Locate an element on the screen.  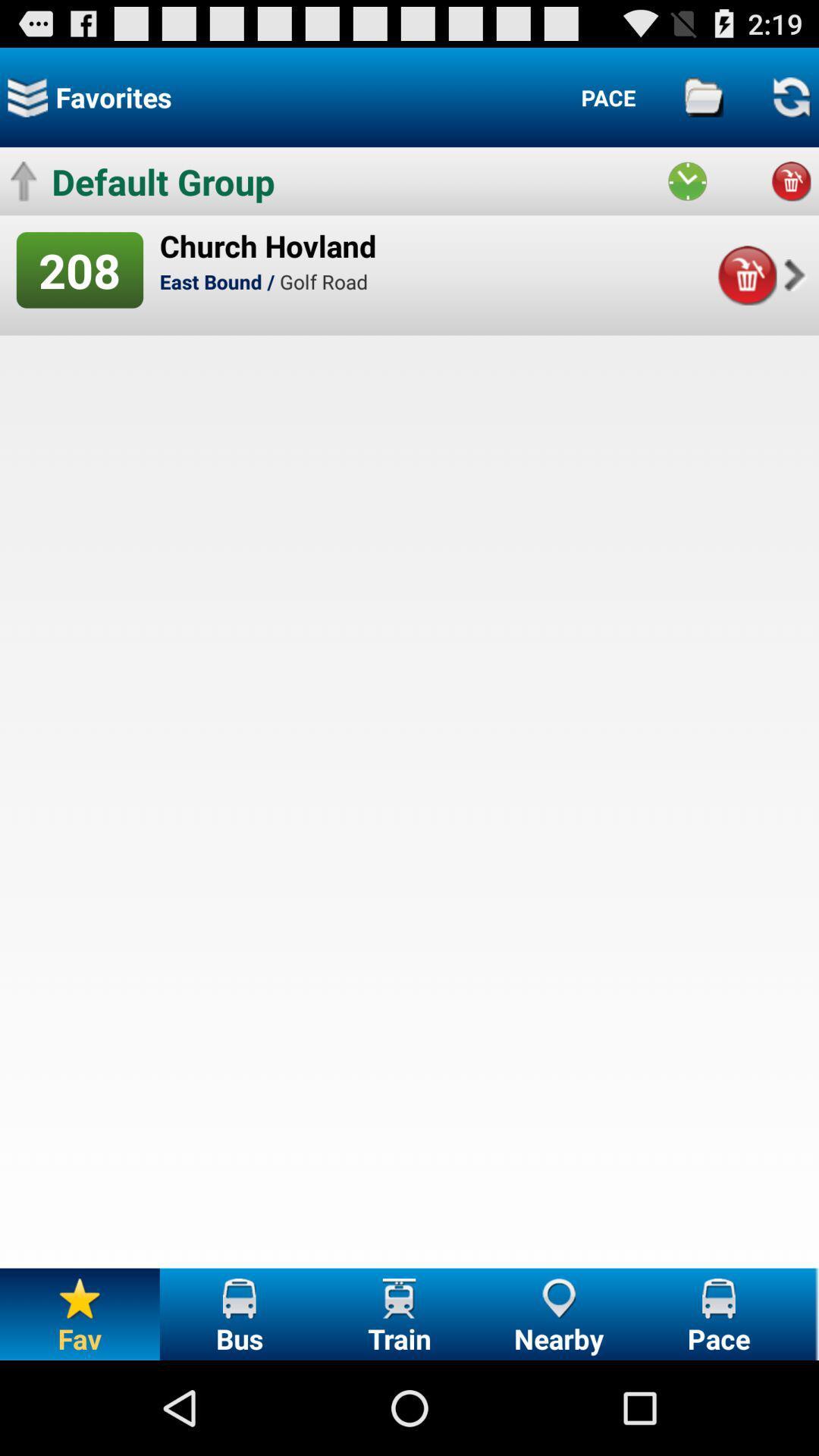
delete option is located at coordinates (790, 181).